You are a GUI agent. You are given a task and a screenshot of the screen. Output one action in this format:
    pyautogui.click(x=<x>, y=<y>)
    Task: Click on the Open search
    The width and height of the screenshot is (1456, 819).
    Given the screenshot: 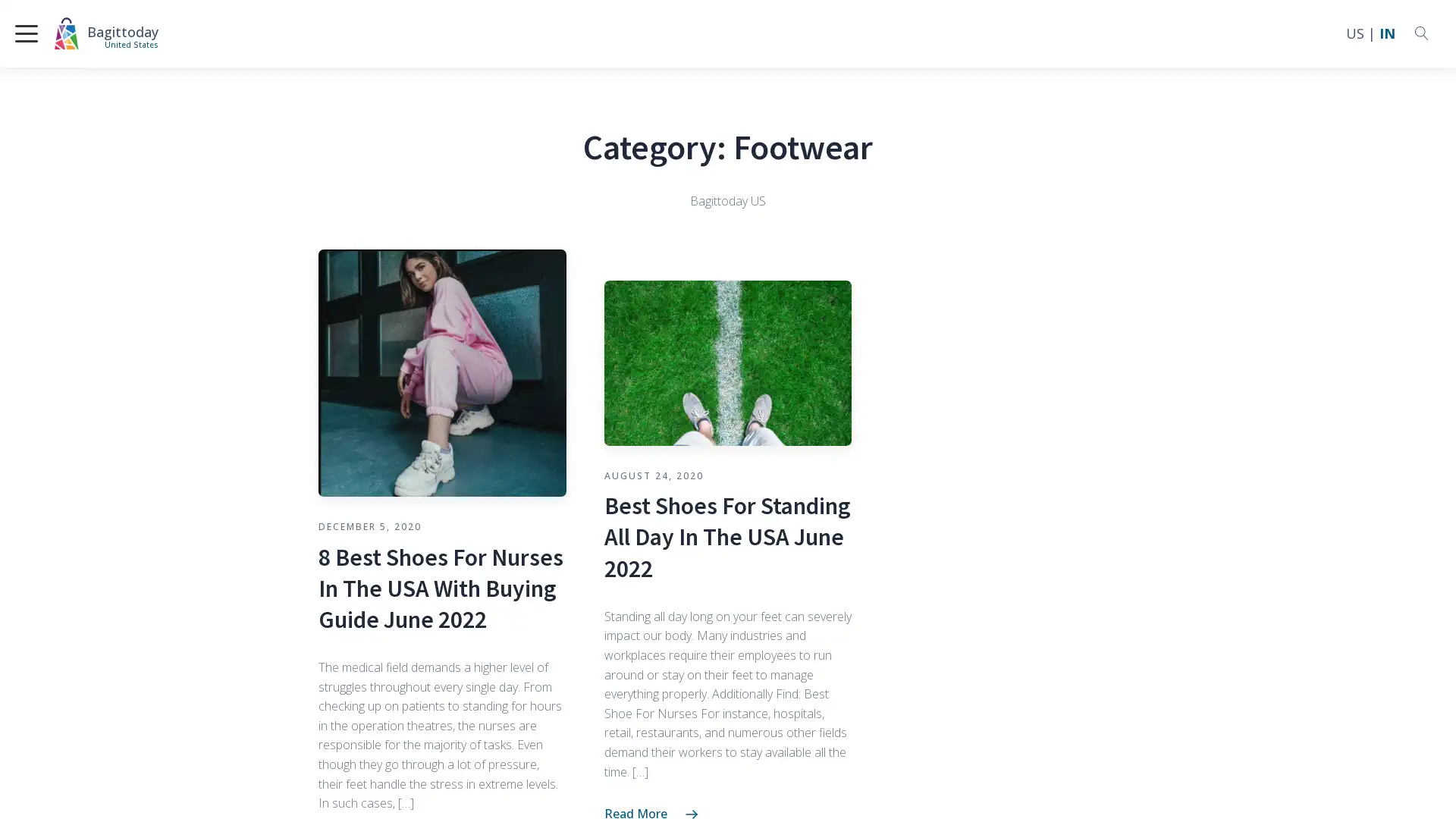 What is the action you would take?
    pyautogui.click(x=1421, y=33)
    